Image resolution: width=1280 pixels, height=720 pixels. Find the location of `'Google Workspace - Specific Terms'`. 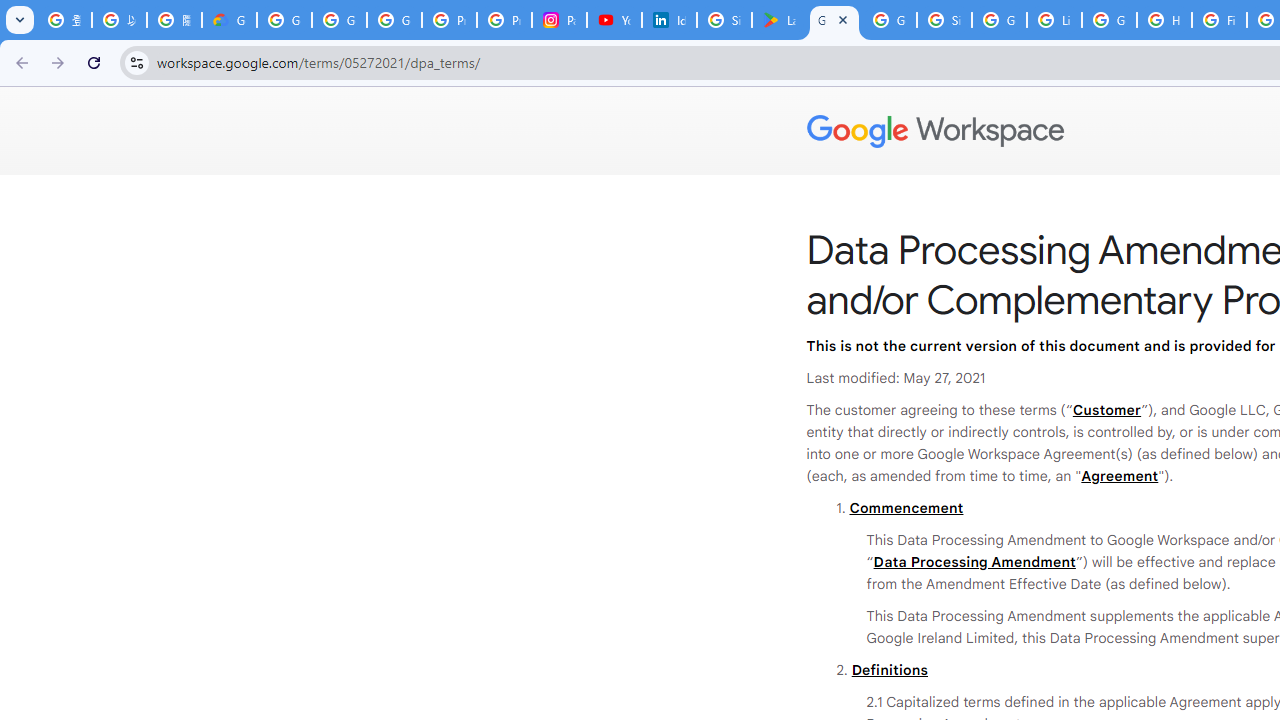

'Google Workspace - Specific Terms' is located at coordinates (887, 20).